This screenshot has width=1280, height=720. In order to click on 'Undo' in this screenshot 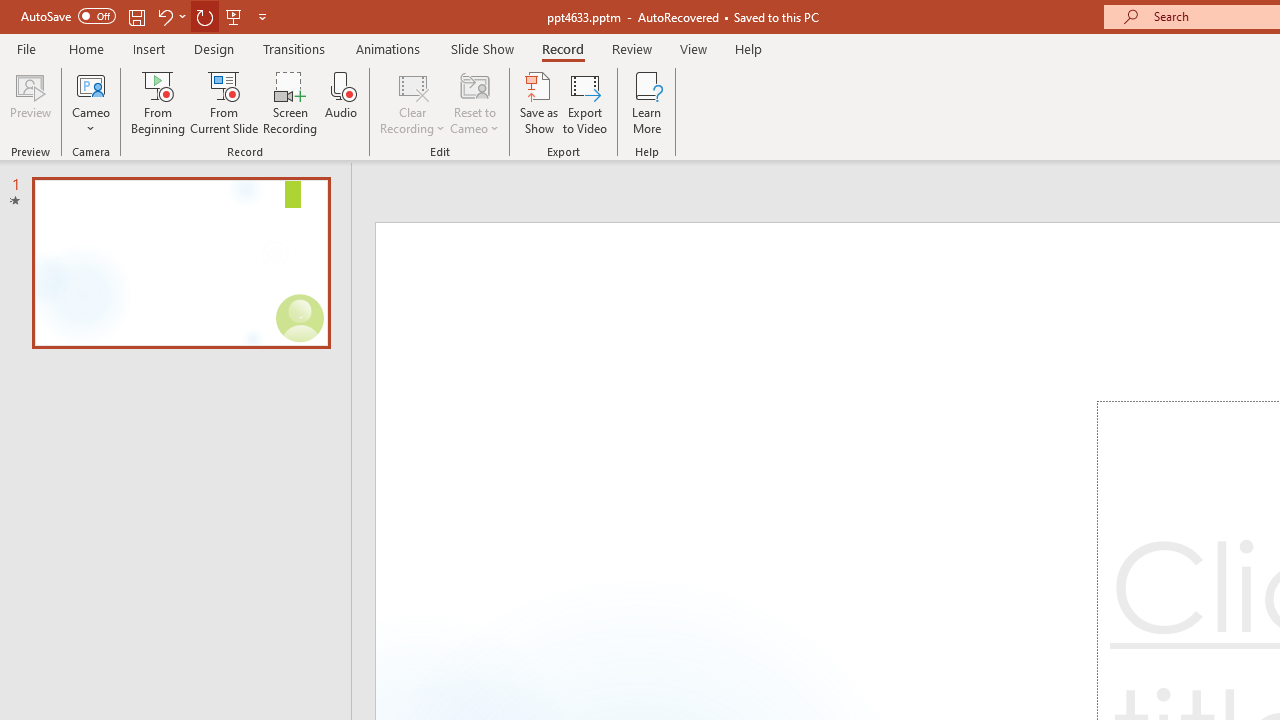, I will do `click(170, 16)`.